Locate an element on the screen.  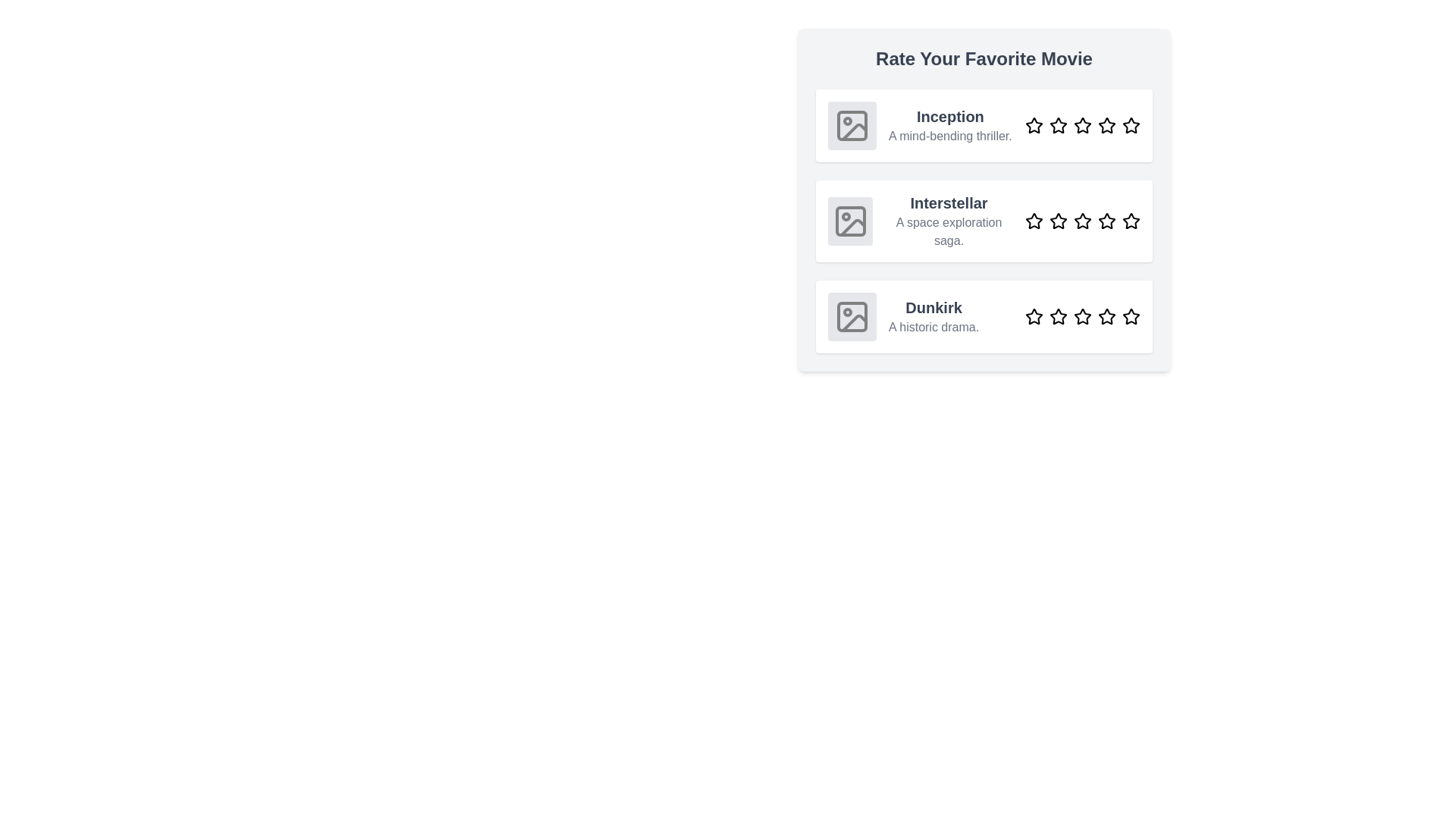
the graphic rectangle that serves as a decorative element within the image icon of the first movie entry 'Inception' is located at coordinates (852, 124).